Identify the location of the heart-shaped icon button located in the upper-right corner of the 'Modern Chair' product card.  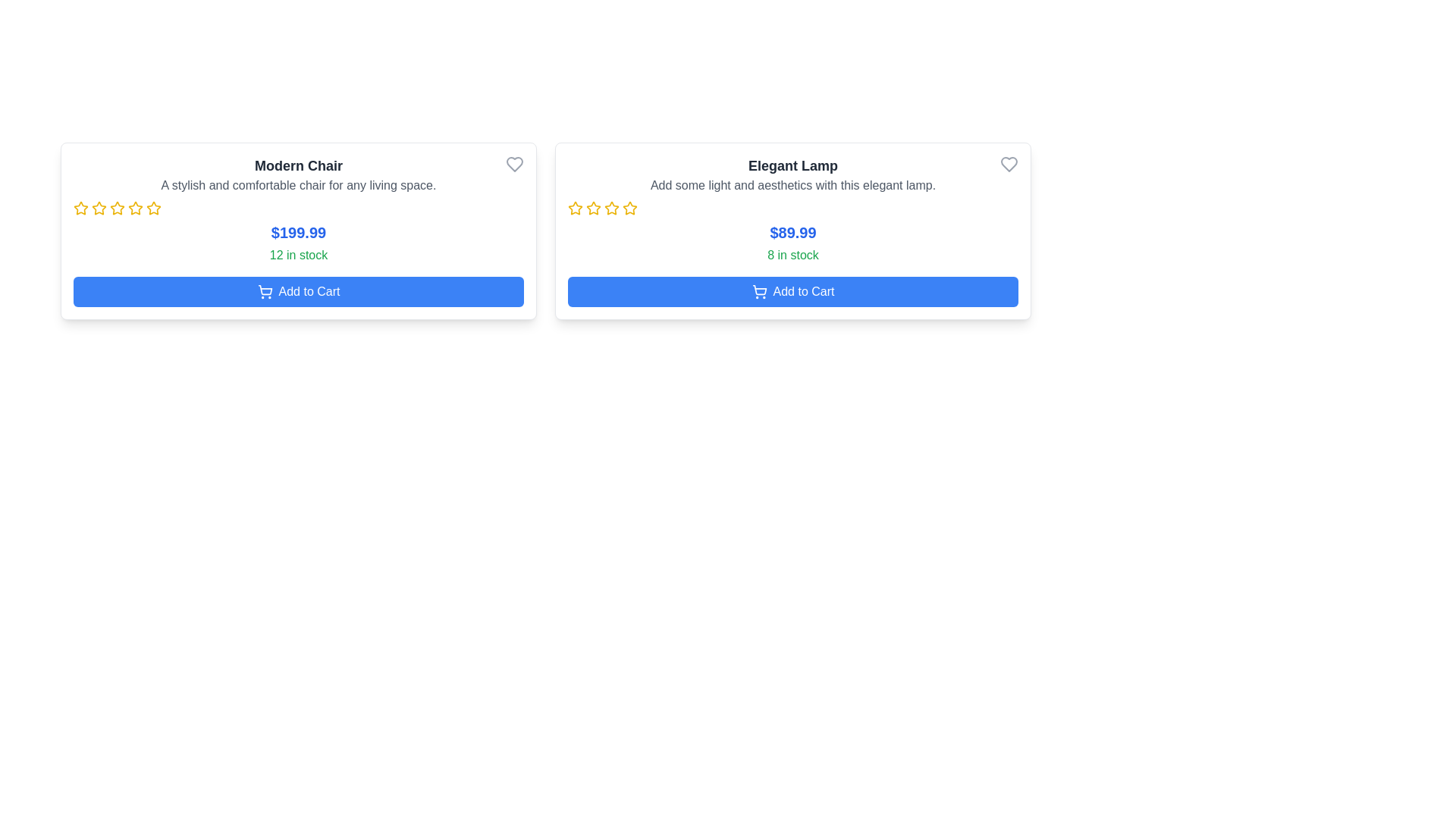
(514, 164).